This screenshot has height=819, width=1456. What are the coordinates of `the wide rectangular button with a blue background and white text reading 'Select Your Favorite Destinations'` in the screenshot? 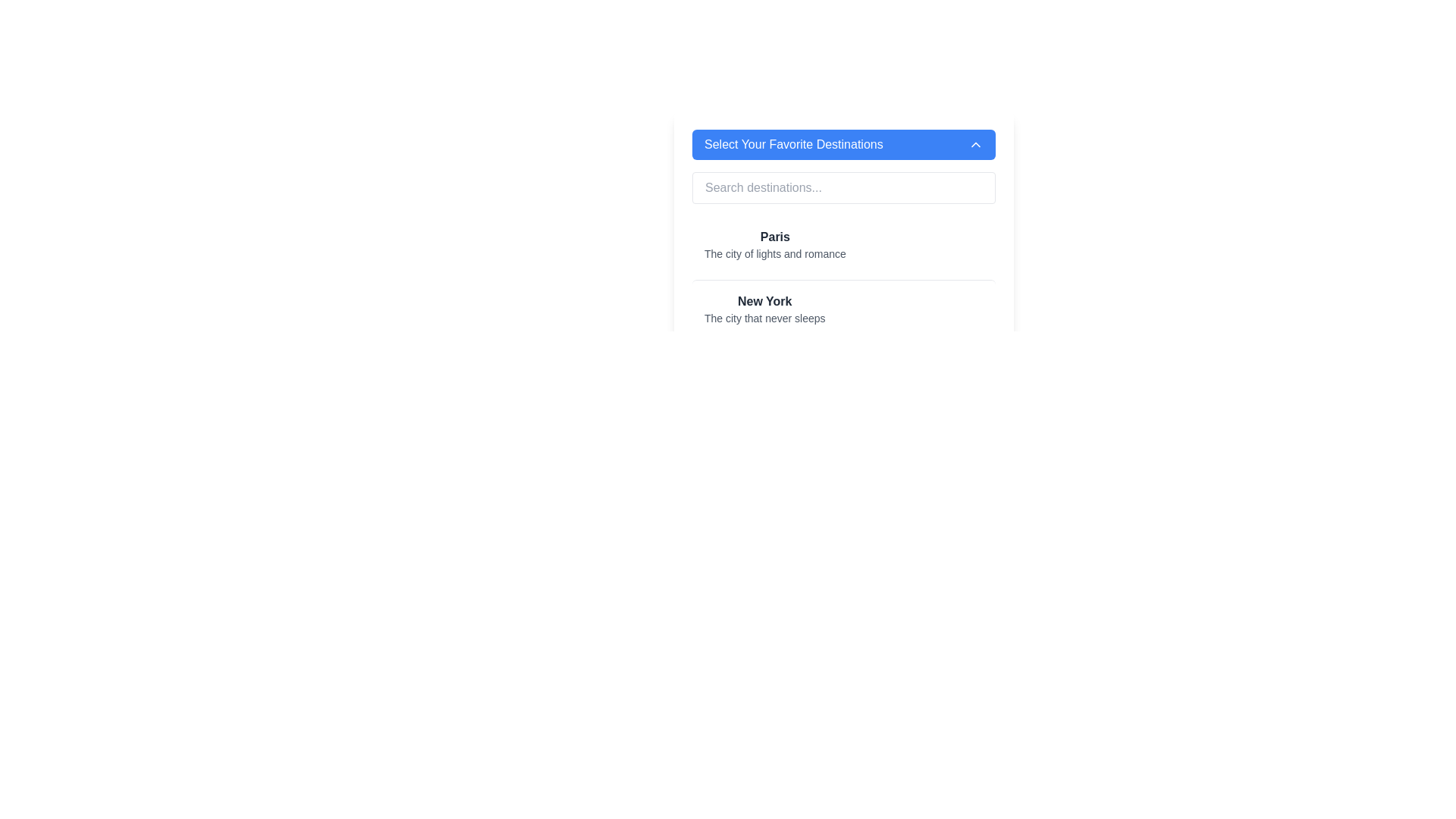 It's located at (843, 145).